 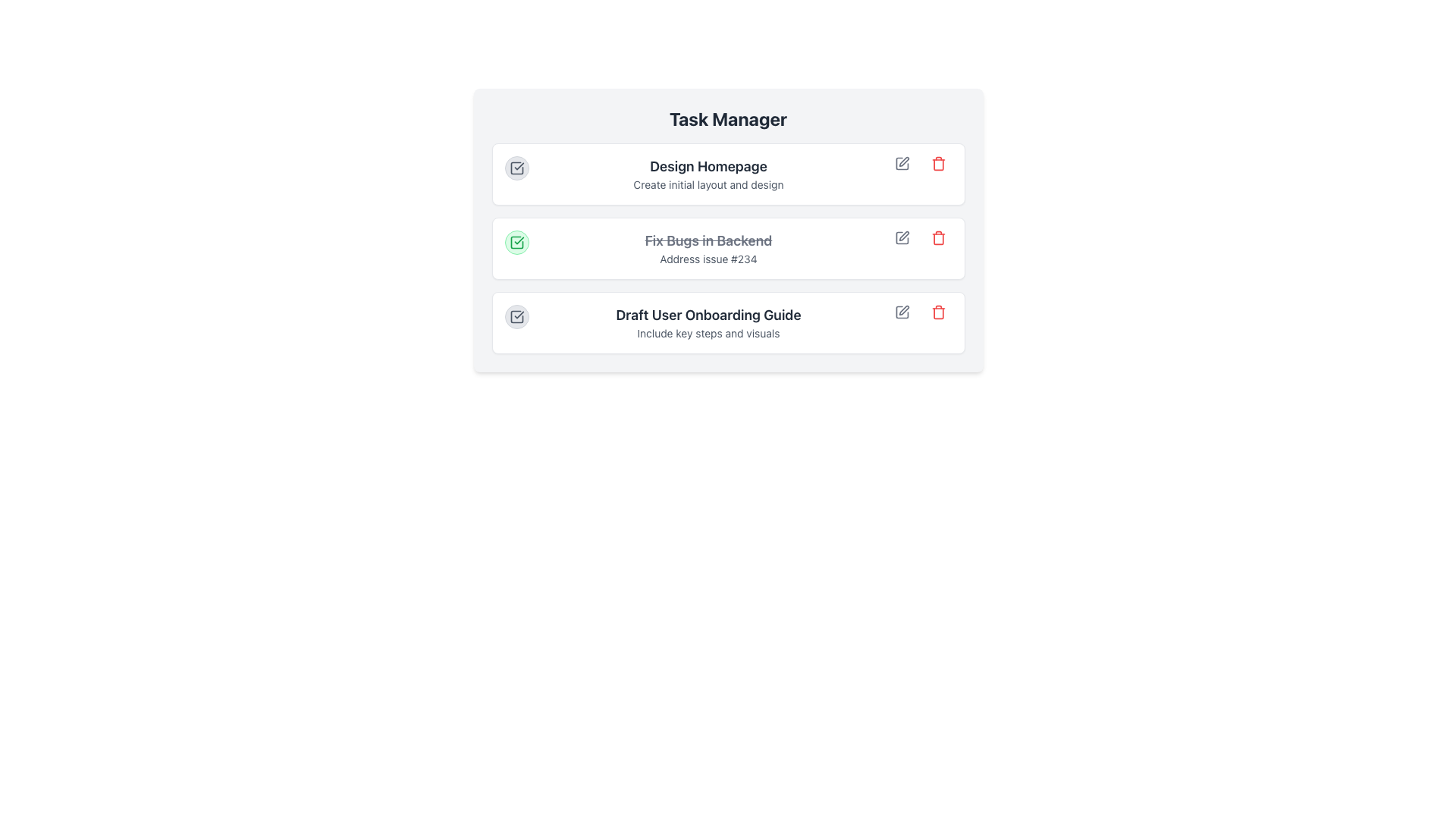 I want to click on the Edit Icon (pen icon) located in the third task card labeled 'Draft User Onboarding Guide' to initiate edit mode, so click(x=902, y=312).